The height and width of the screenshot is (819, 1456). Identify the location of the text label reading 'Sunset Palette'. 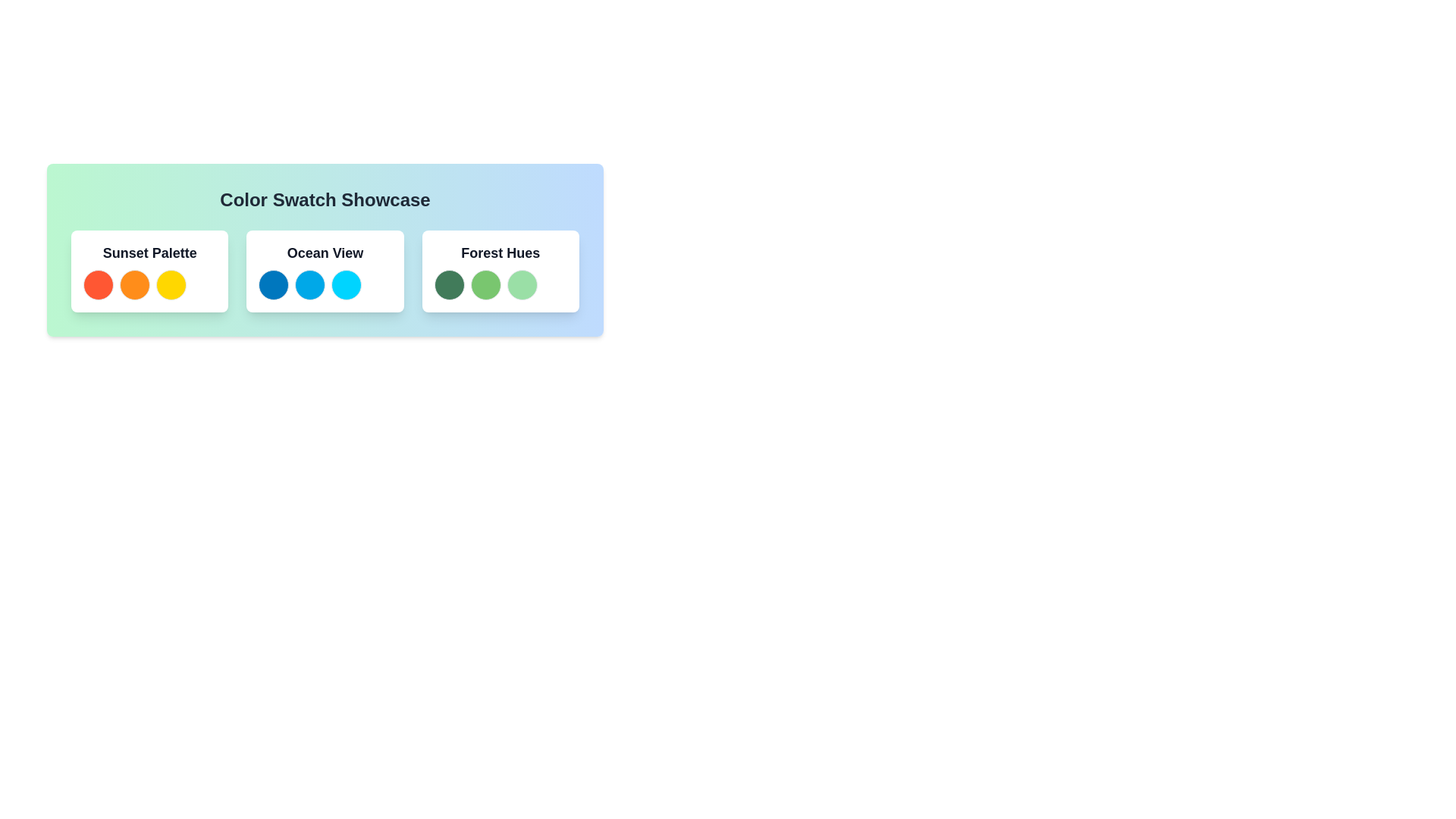
(149, 253).